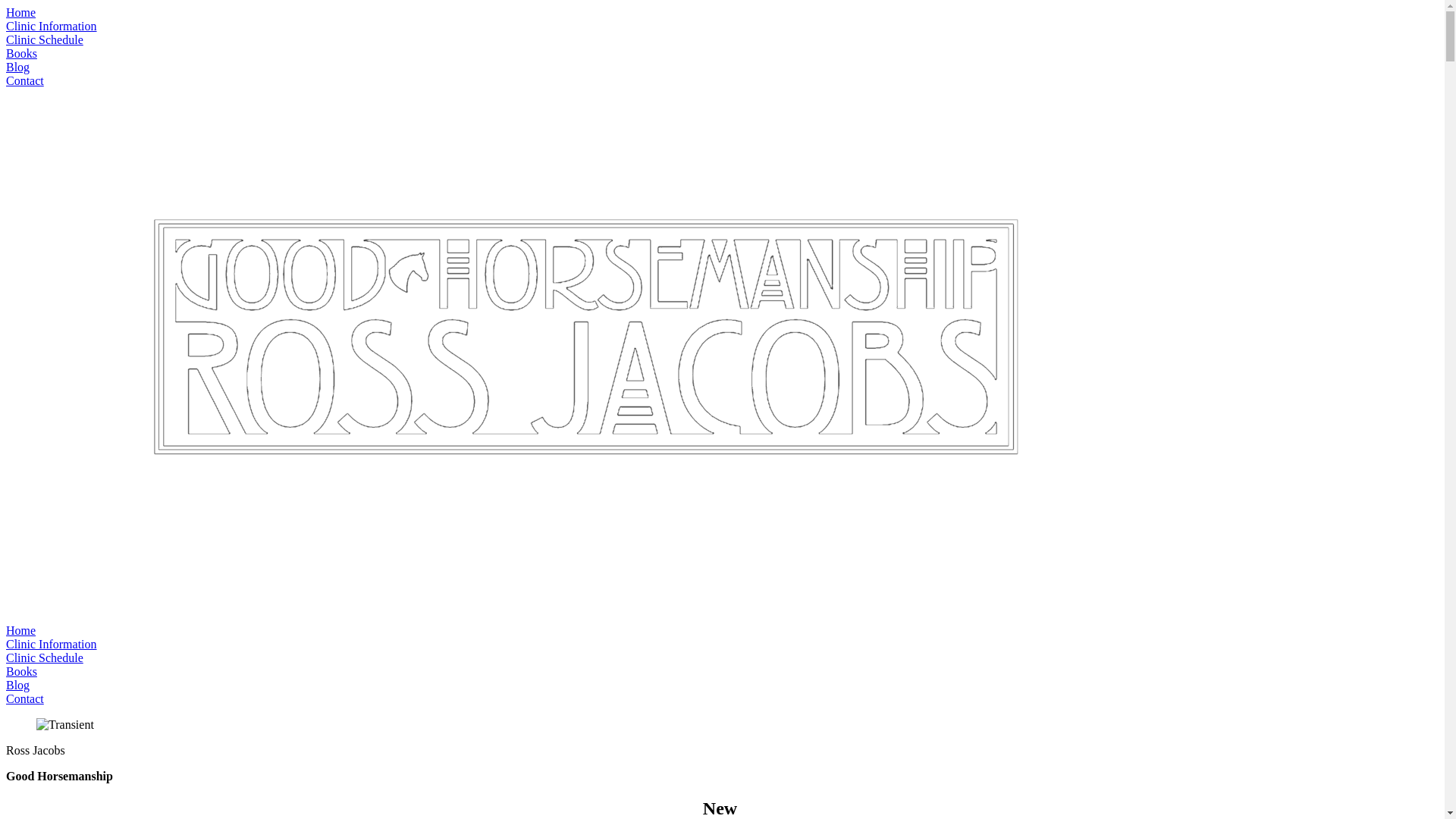 Image resolution: width=1456 pixels, height=819 pixels. What do you see at coordinates (25, 698) in the screenshot?
I see `'Contact'` at bounding box center [25, 698].